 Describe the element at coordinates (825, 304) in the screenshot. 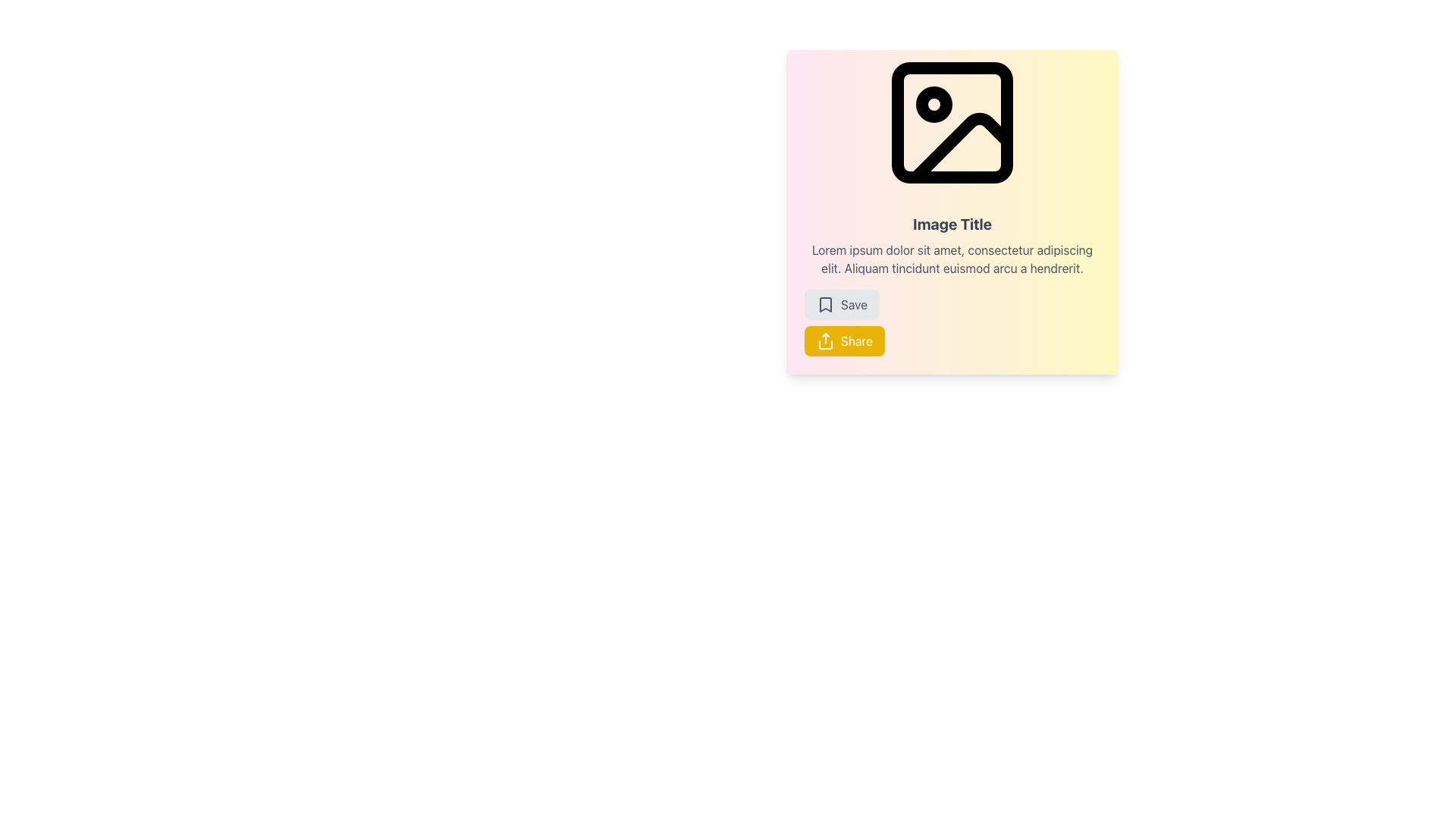

I see `the bookmark icon located on the left side of the 'Save' button` at that location.